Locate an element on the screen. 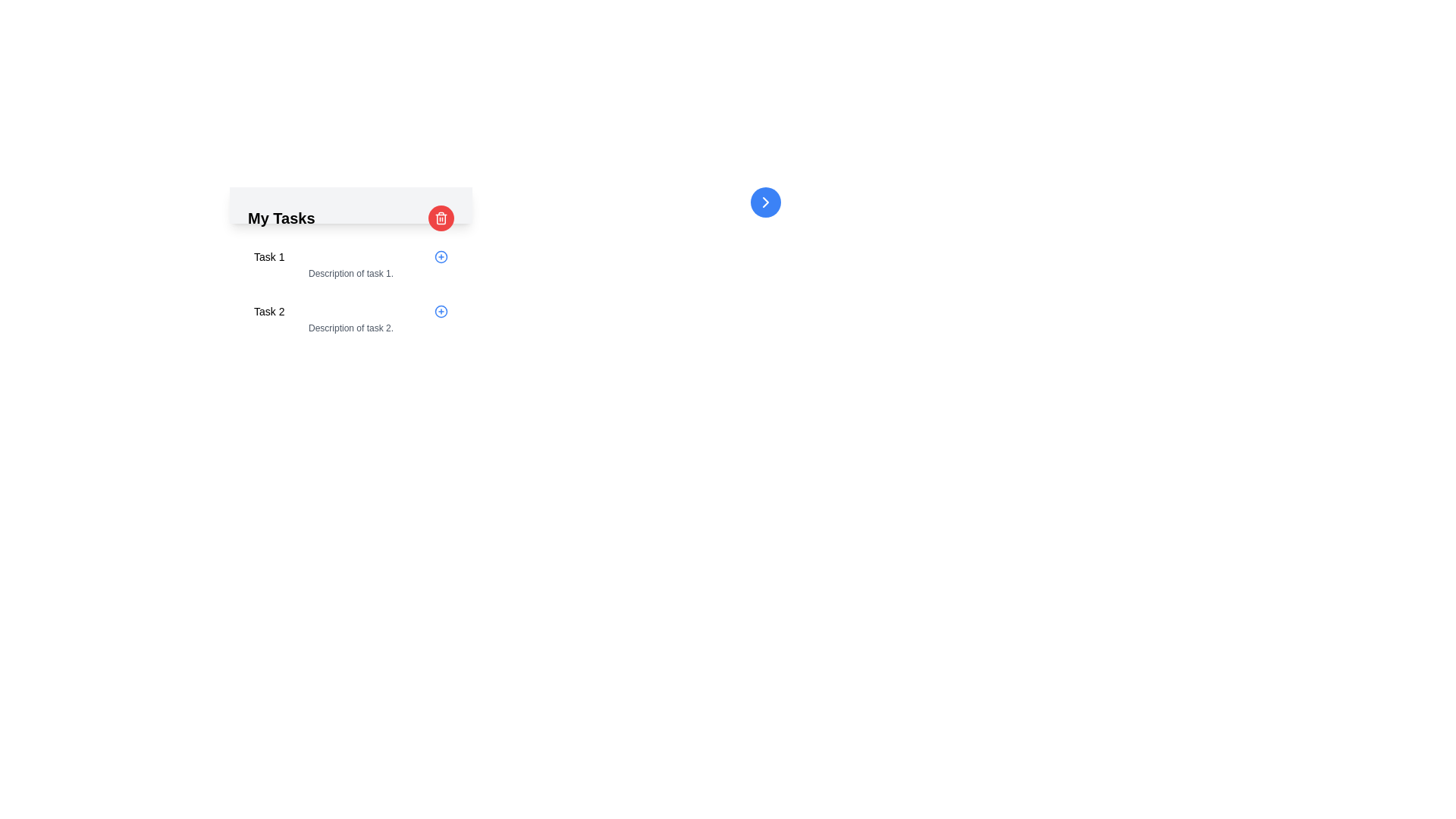 The width and height of the screenshot is (1456, 819). the red circular trash can icon located is located at coordinates (440, 218).